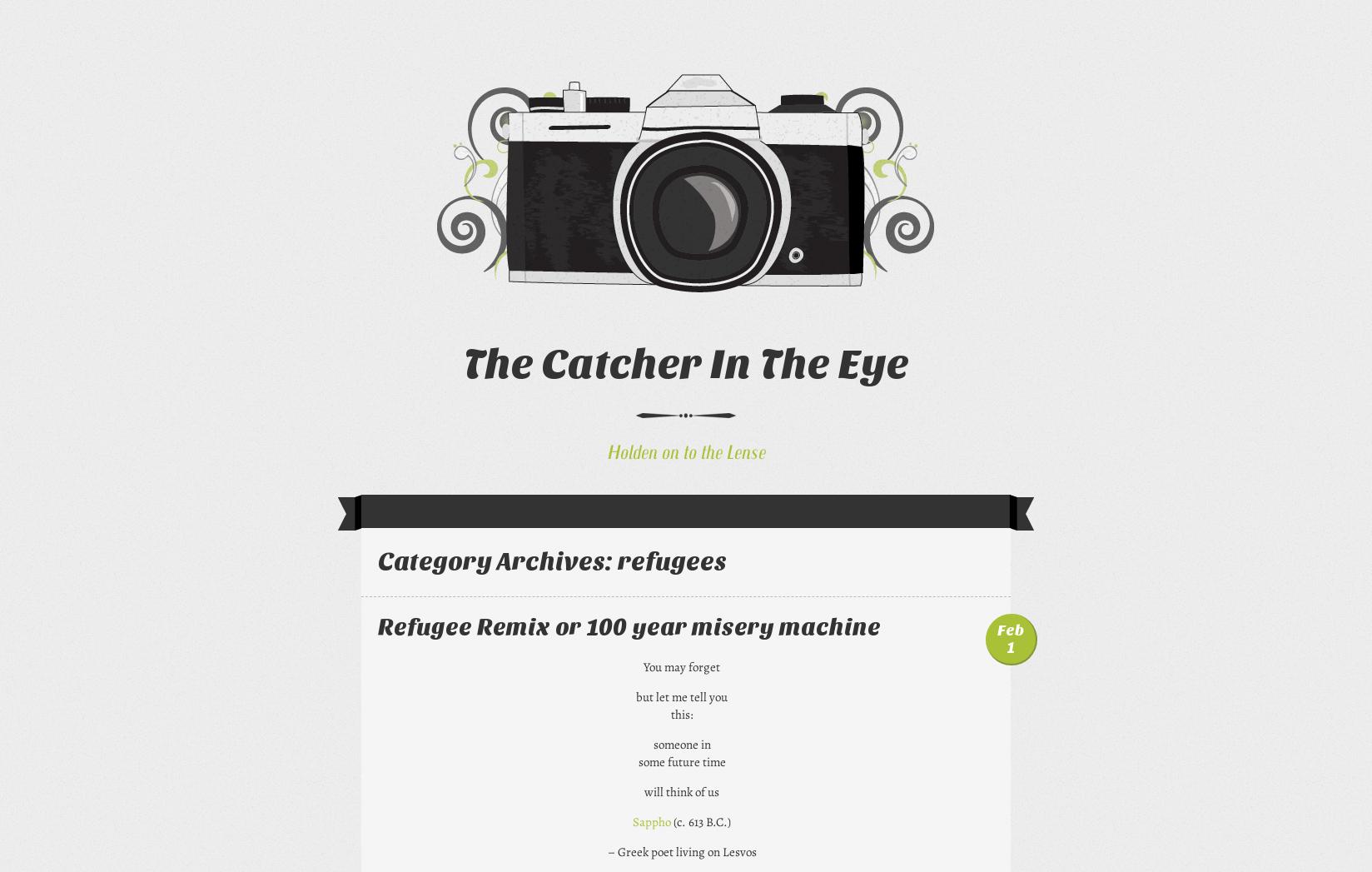 Image resolution: width=1372 pixels, height=872 pixels. What do you see at coordinates (498, 560) in the screenshot?
I see `'Category Archives:'` at bounding box center [498, 560].